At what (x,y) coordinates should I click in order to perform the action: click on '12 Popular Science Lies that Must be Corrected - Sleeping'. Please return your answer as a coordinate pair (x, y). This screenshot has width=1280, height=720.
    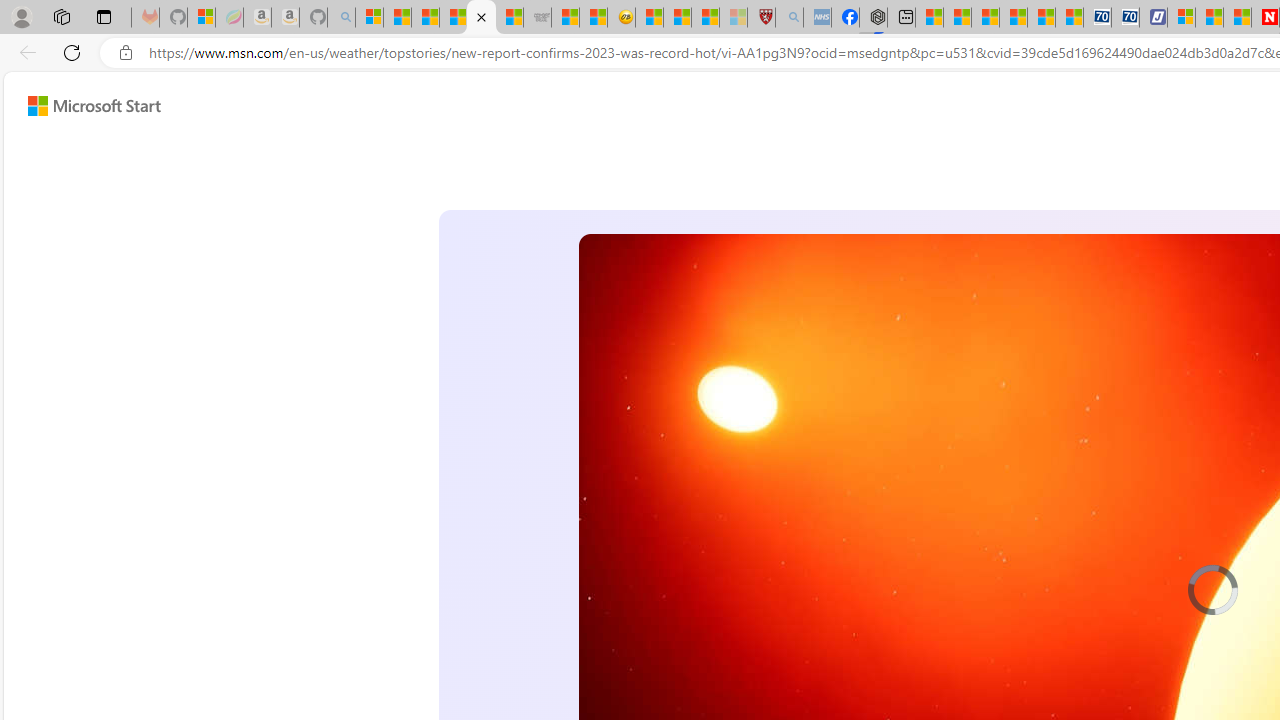
    Looking at the image, I should click on (732, 17).